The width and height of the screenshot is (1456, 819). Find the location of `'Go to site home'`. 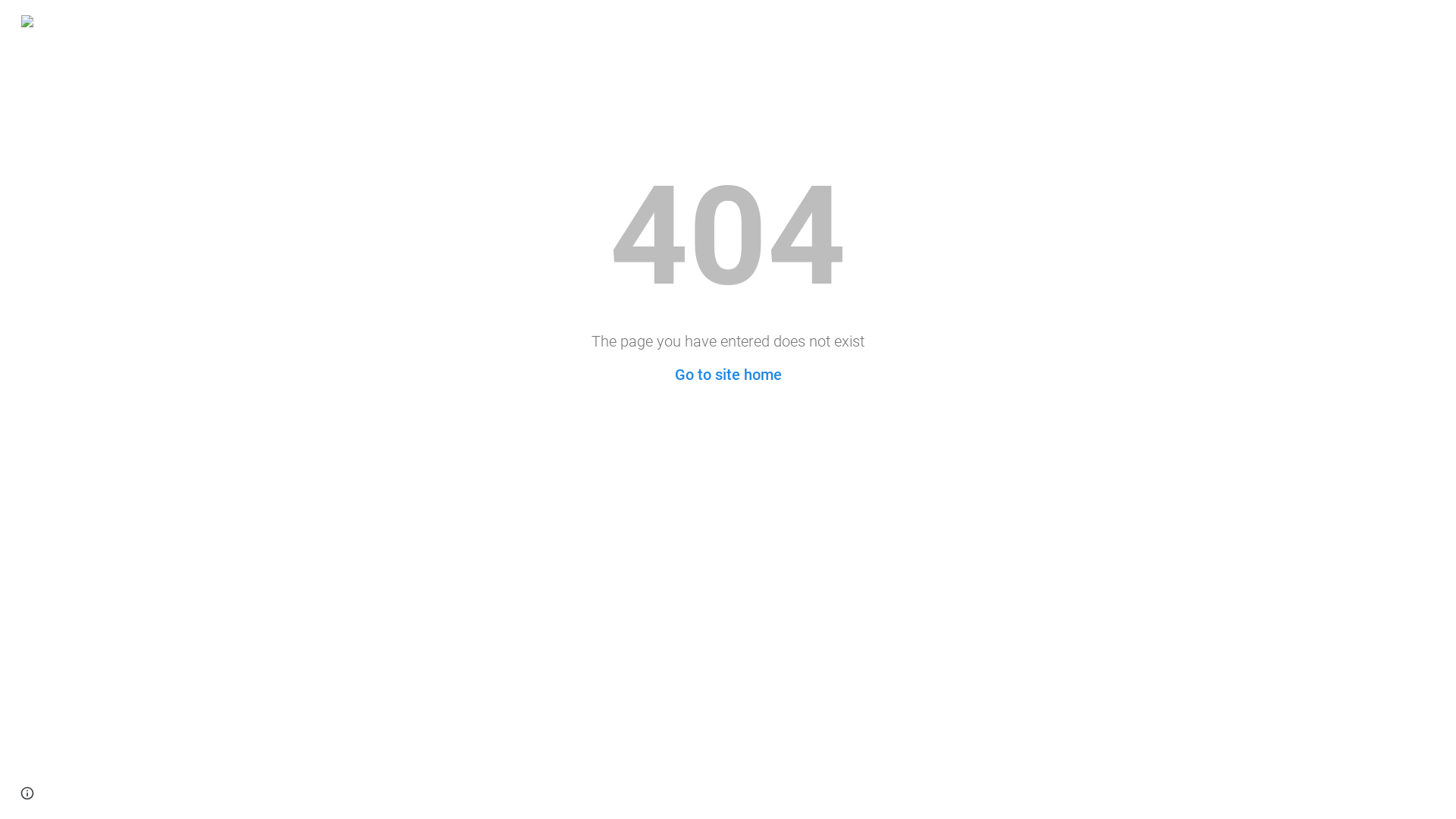

'Go to site home' is located at coordinates (673, 374).